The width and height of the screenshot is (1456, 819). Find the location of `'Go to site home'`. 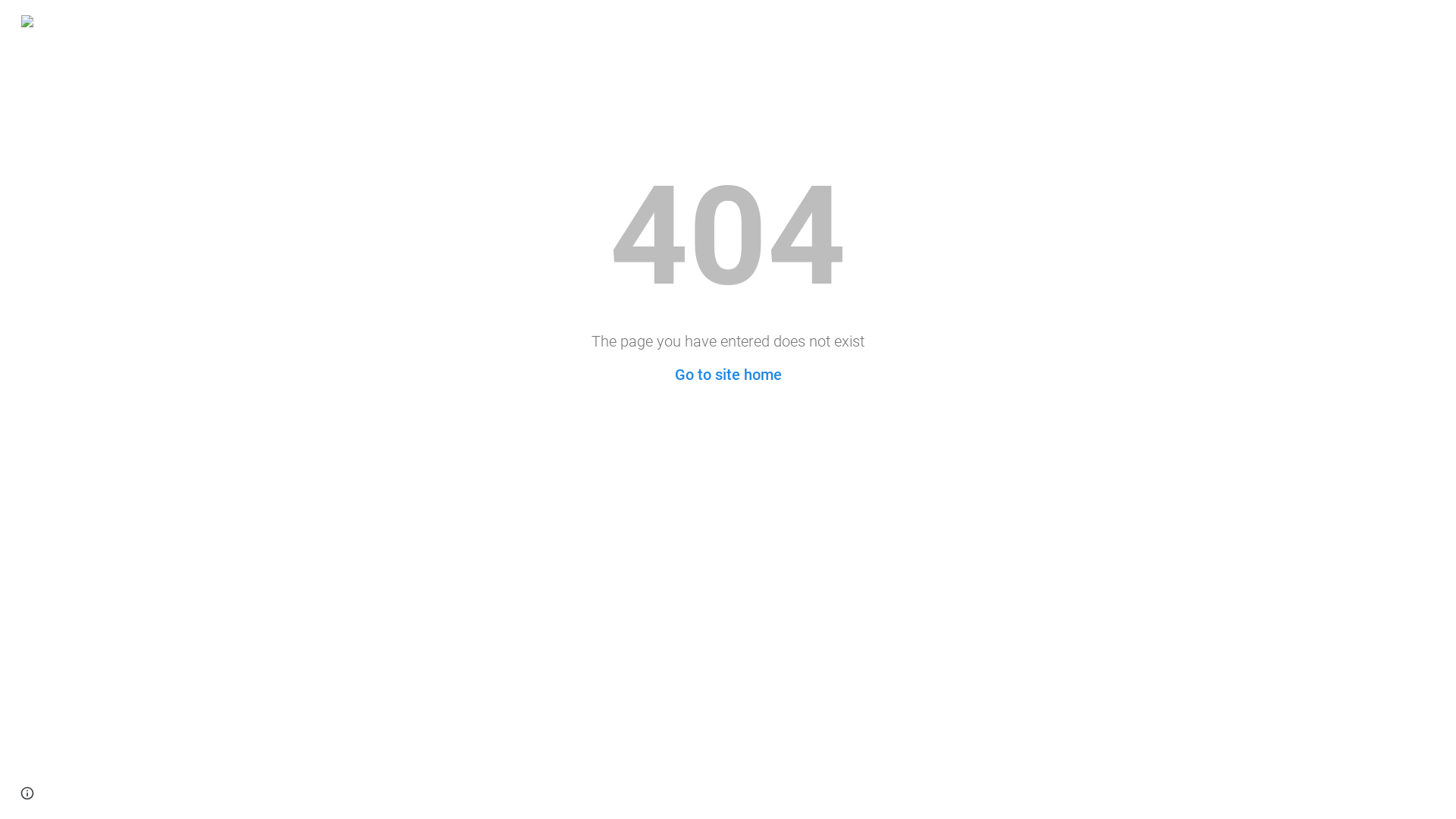

'Go to site home' is located at coordinates (673, 374).